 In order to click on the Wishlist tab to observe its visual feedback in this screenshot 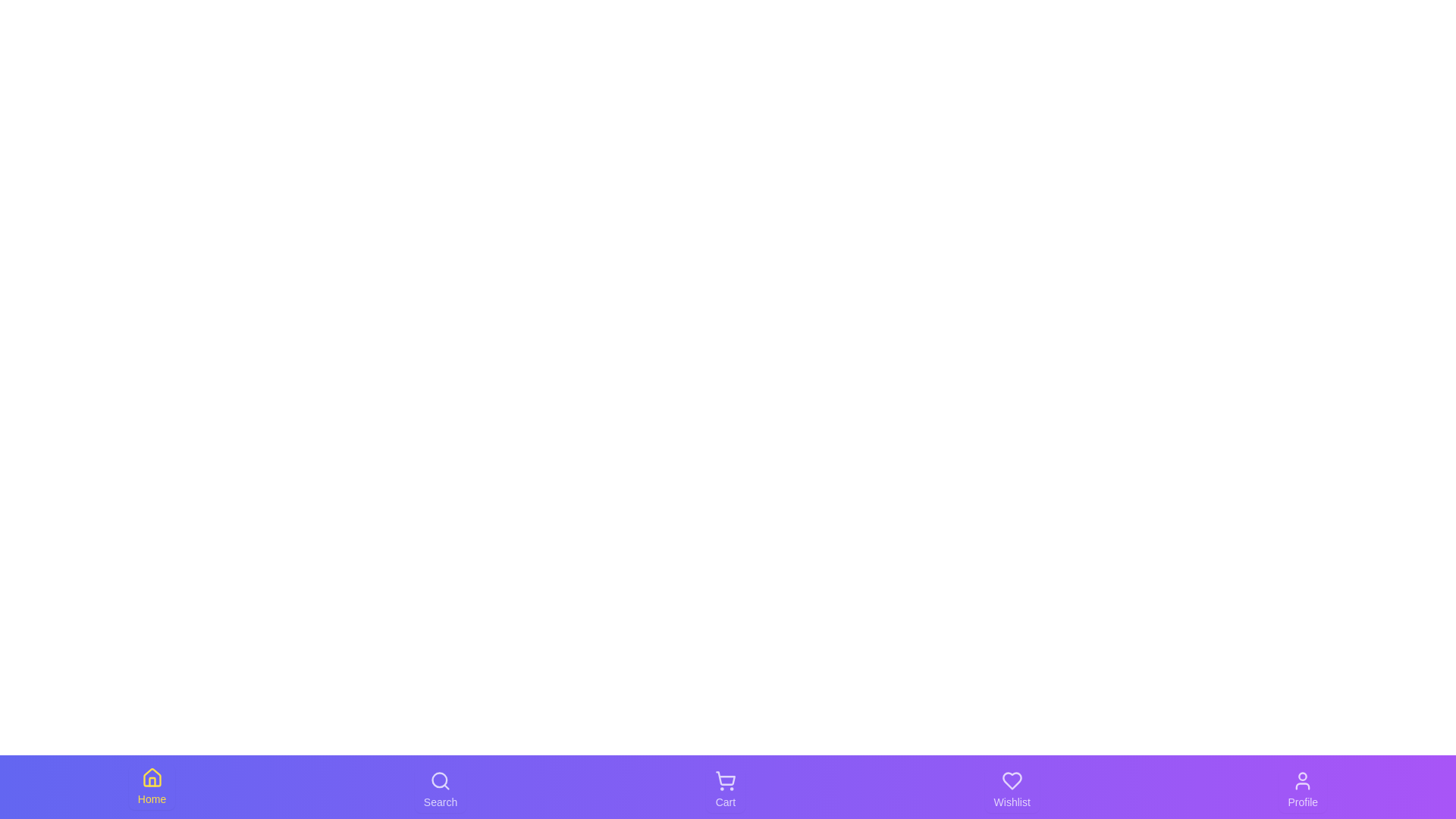, I will do `click(1012, 789)`.